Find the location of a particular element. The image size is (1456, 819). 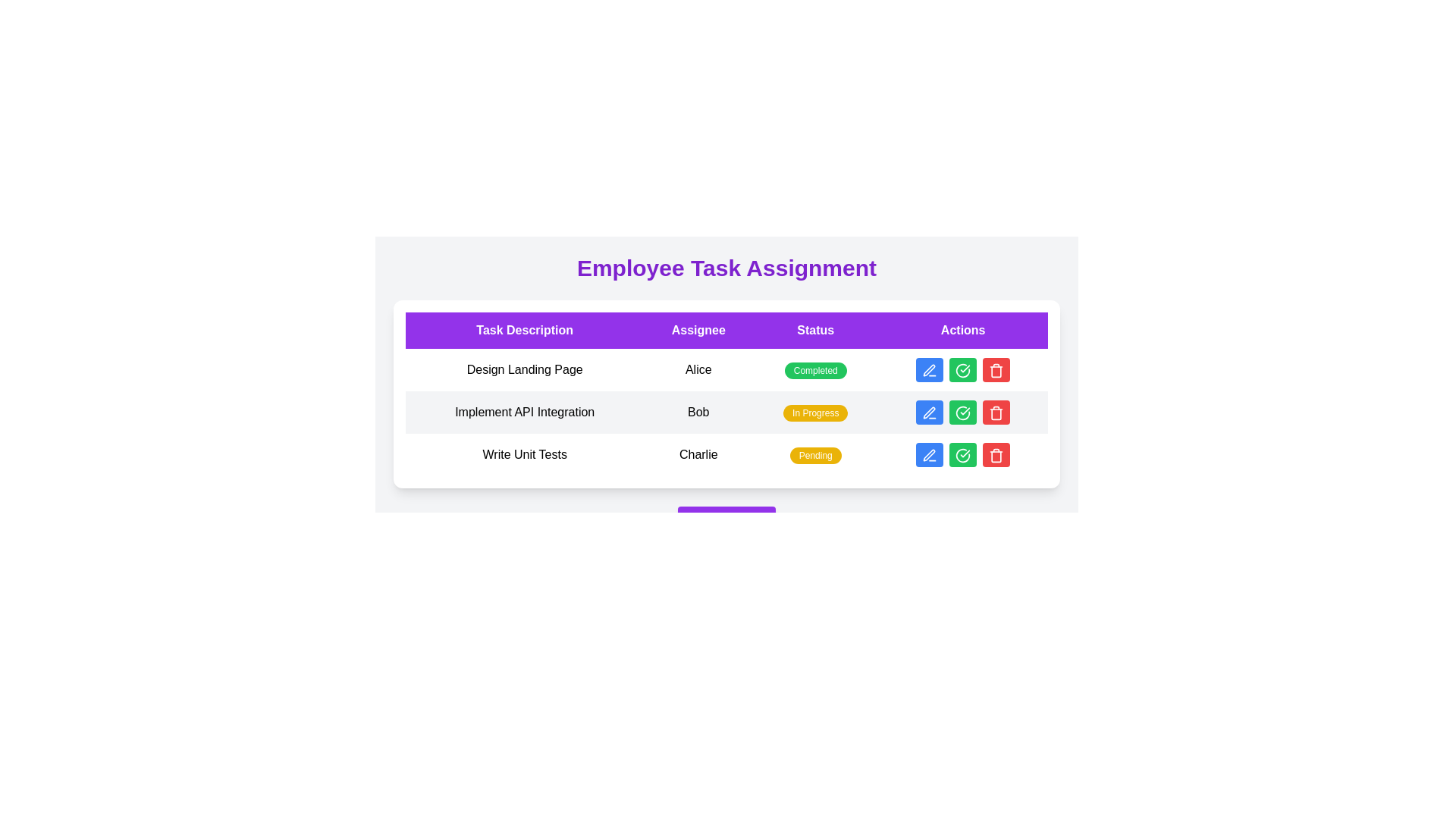

the edit action icon in the Actions column for the 'Implement API Integration' row associated with 'Bob' is located at coordinates (929, 413).